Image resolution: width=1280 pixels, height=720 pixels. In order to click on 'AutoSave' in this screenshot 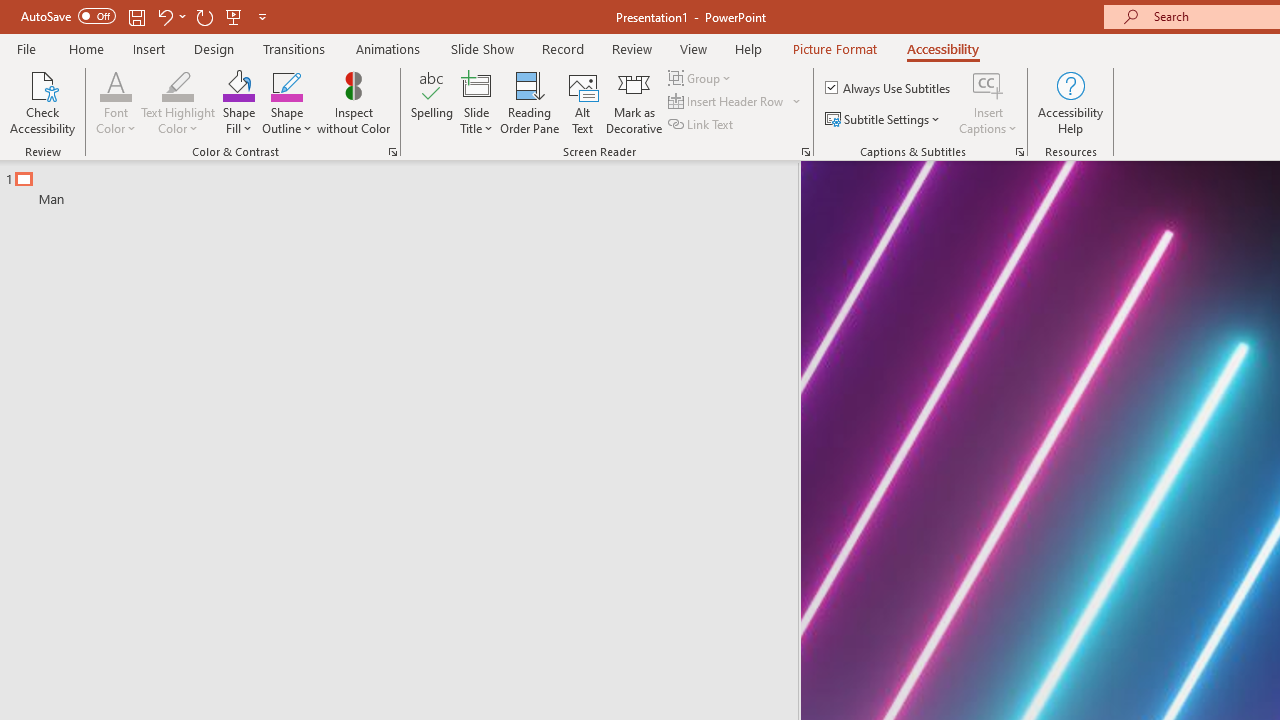, I will do `click(68, 16)`.